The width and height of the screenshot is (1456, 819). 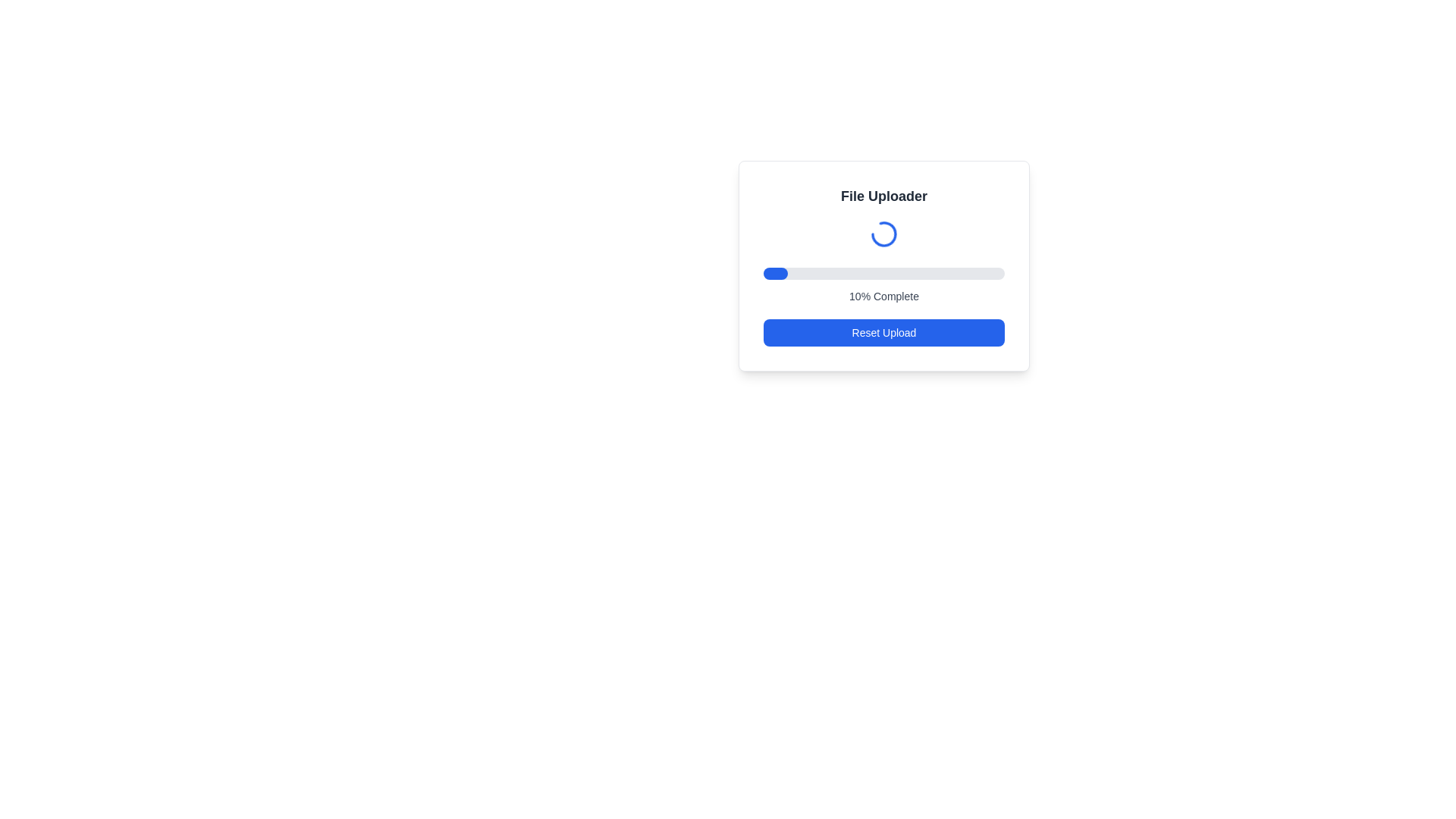 What do you see at coordinates (884, 296) in the screenshot?
I see `the text label indicating the upload progress percentage, which is positioned below the horizontal progress bar and above the 'Reset Upload' button` at bounding box center [884, 296].